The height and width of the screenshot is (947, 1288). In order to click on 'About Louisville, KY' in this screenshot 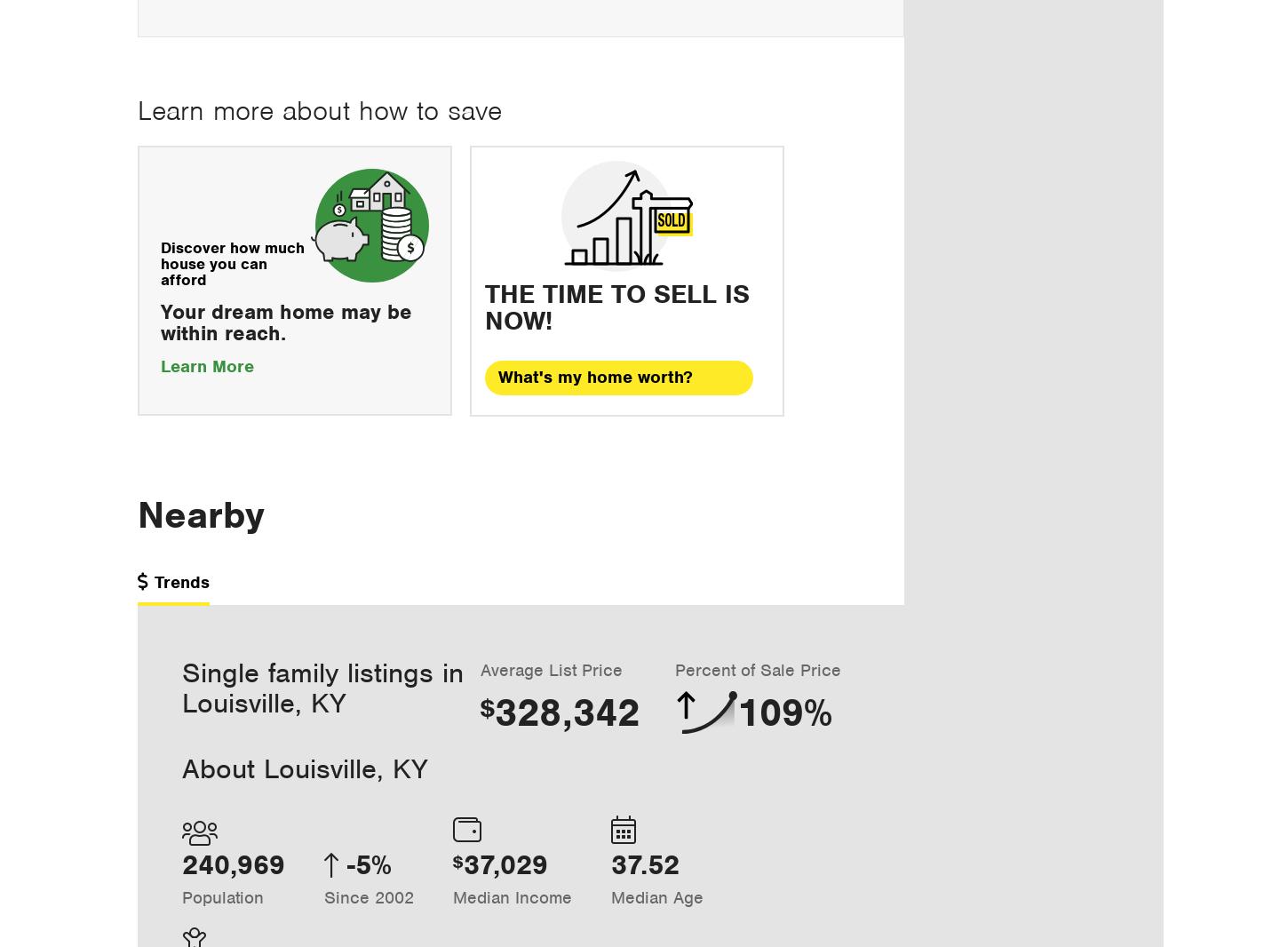, I will do `click(305, 768)`.